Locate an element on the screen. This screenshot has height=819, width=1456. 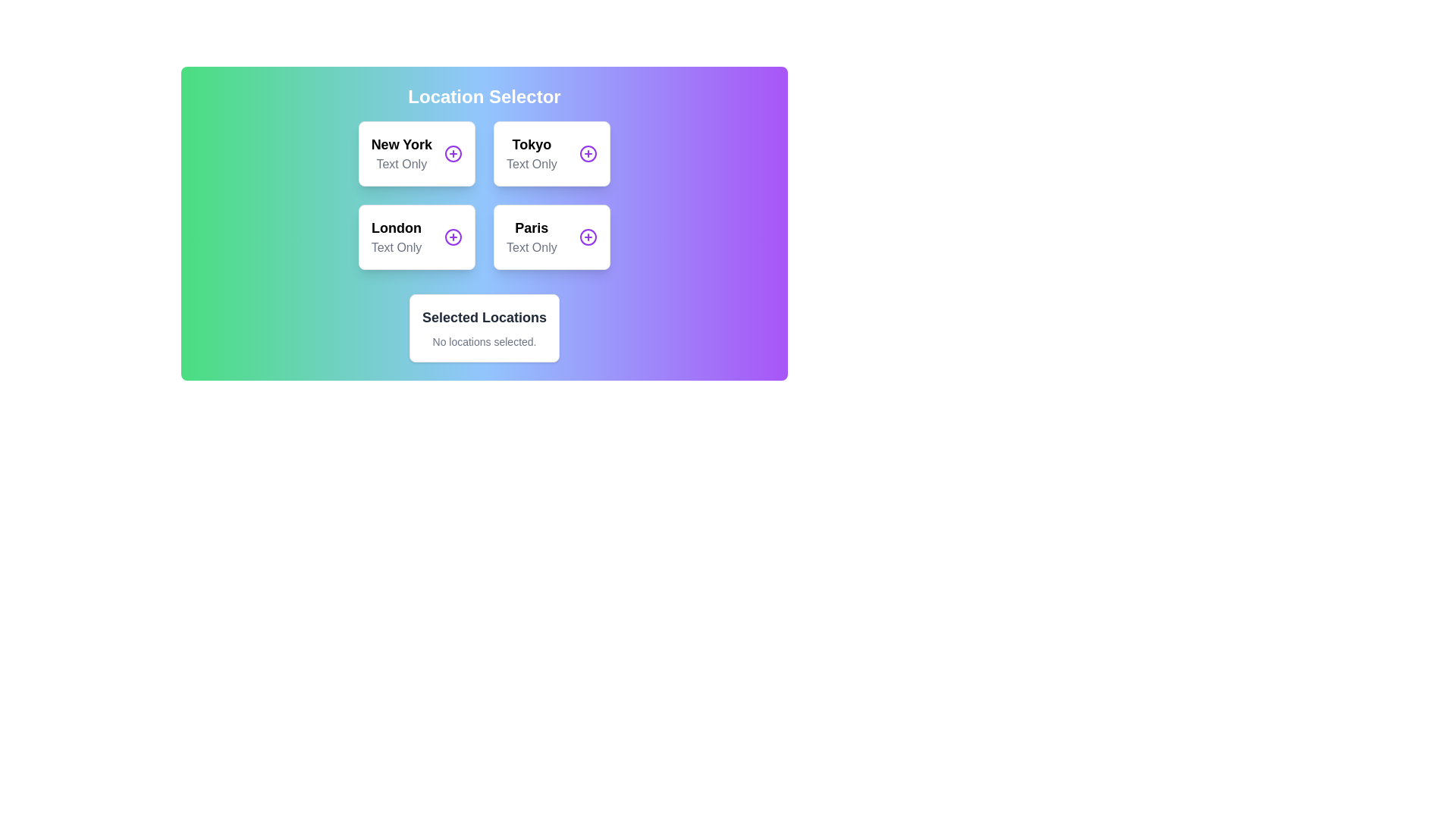
the button located on the right side of the box labeled 'London' to trigger a tooltip or highlight effect is located at coordinates (453, 237).